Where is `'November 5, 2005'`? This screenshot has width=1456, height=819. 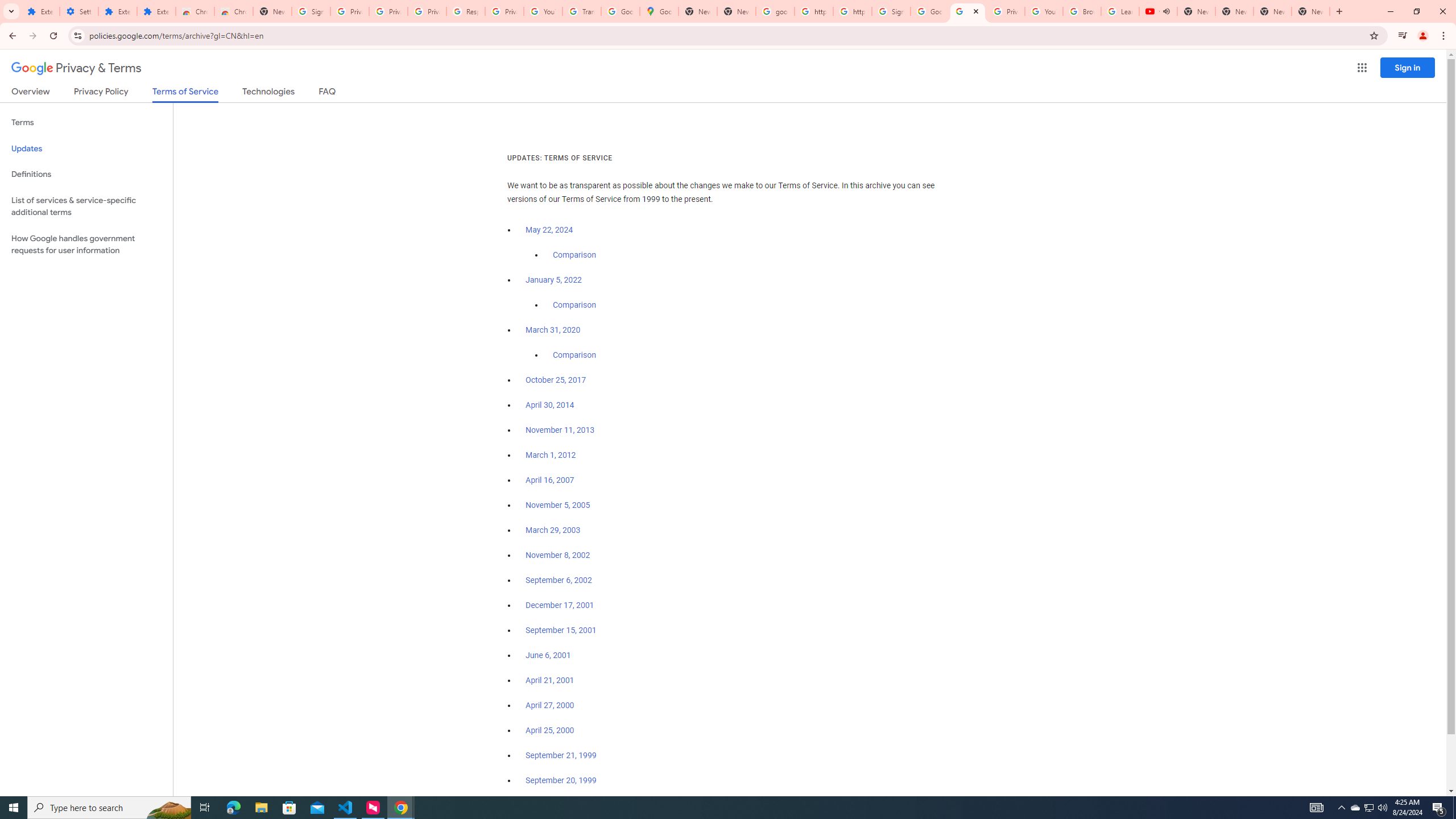 'November 5, 2005' is located at coordinates (557, 505).